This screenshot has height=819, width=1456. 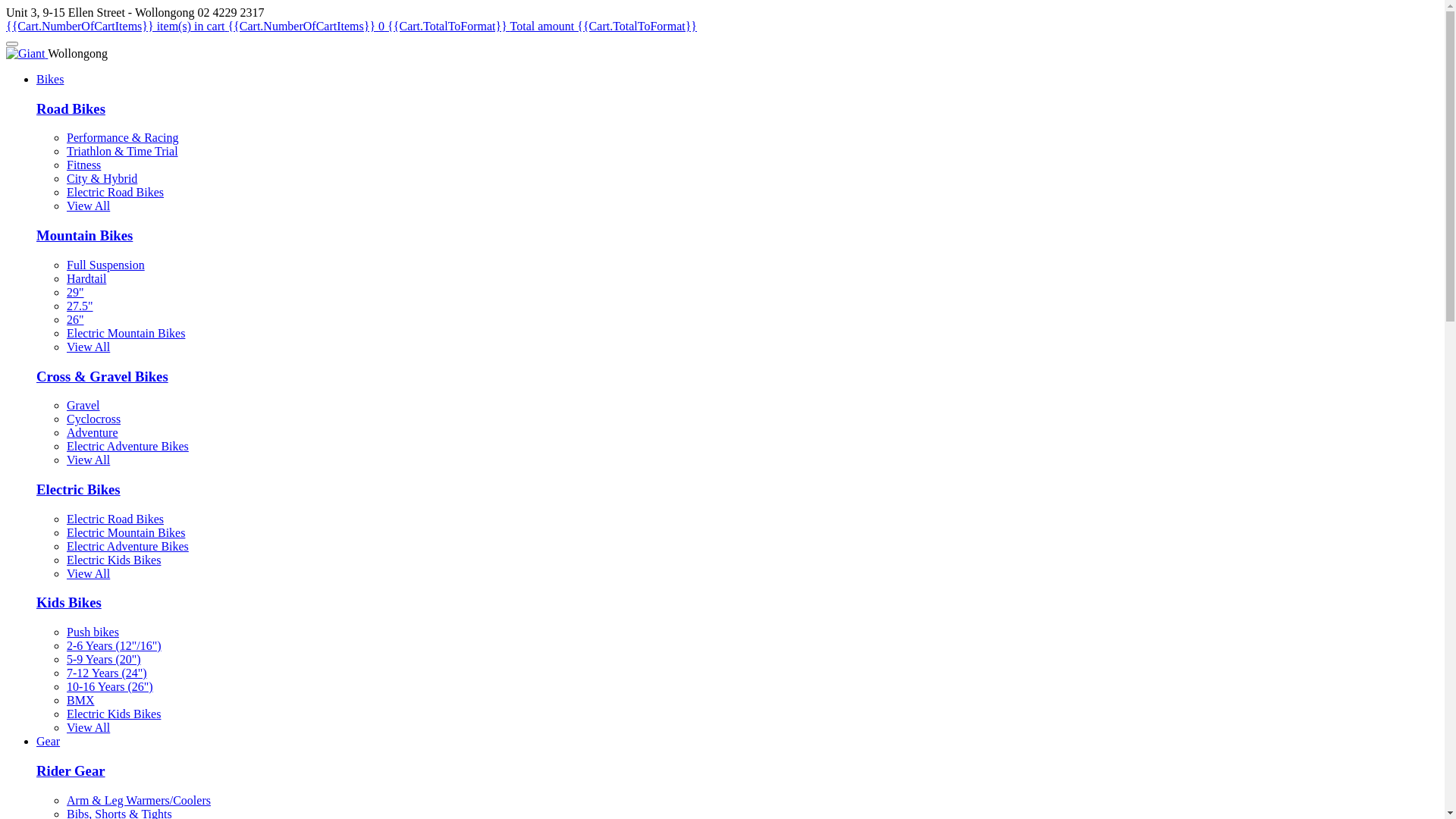 I want to click on '2-6 Years (12"/16")', so click(x=113, y=645).